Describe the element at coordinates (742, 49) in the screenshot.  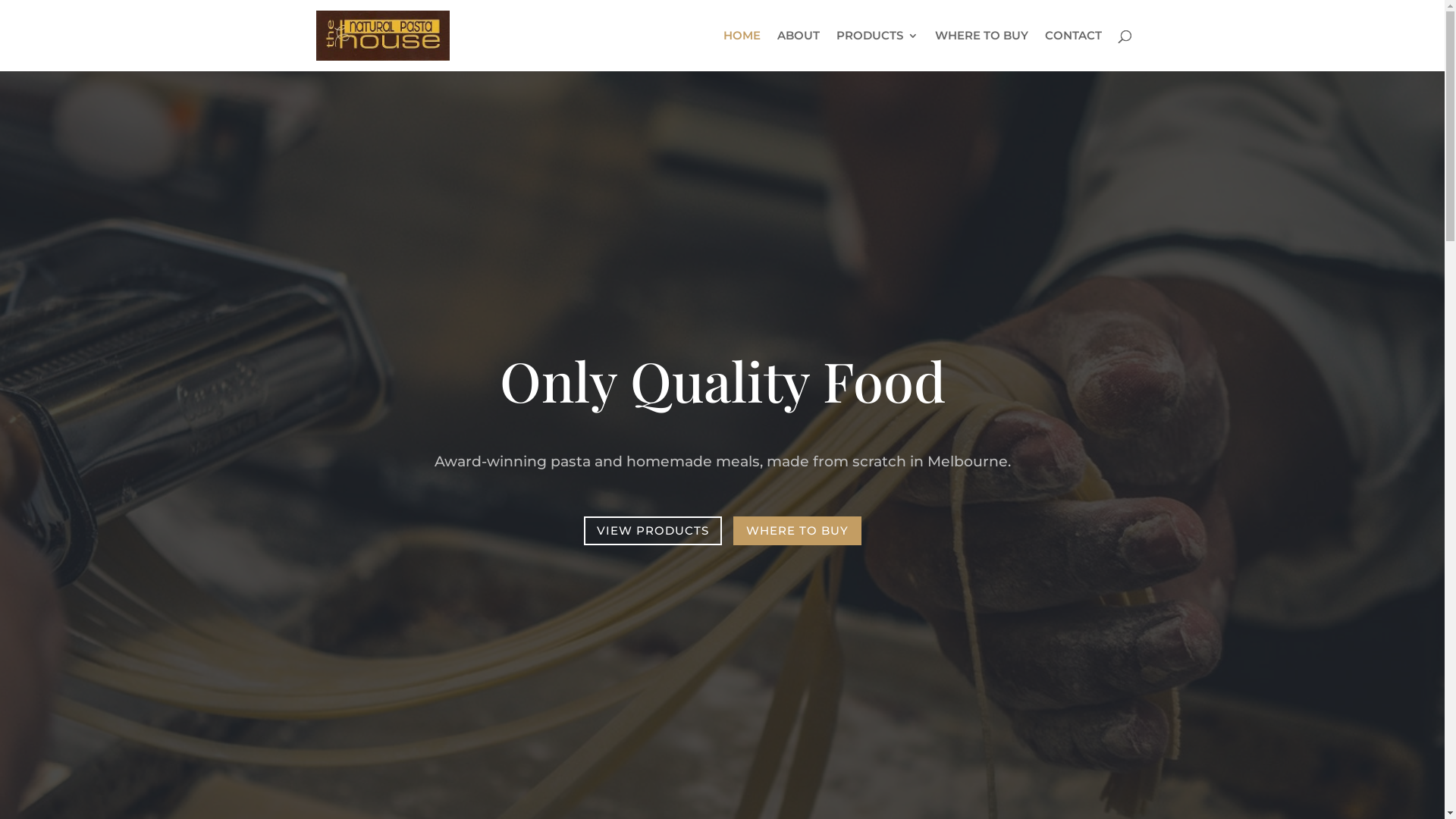
I see `'HOME'` at that location.